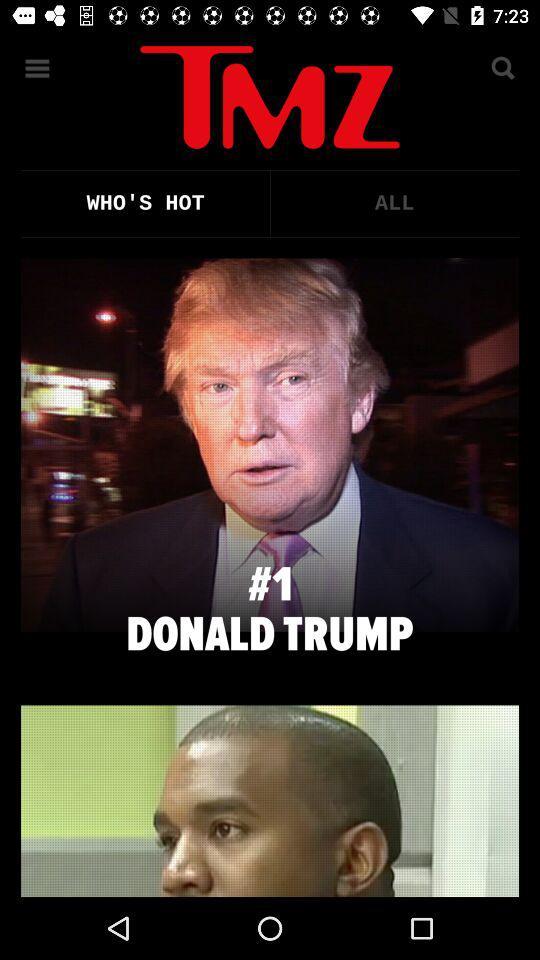  What do you see at coordinates (501, 68) in the screenshot?
I see `the search icon` at bounding box center [501, 68].